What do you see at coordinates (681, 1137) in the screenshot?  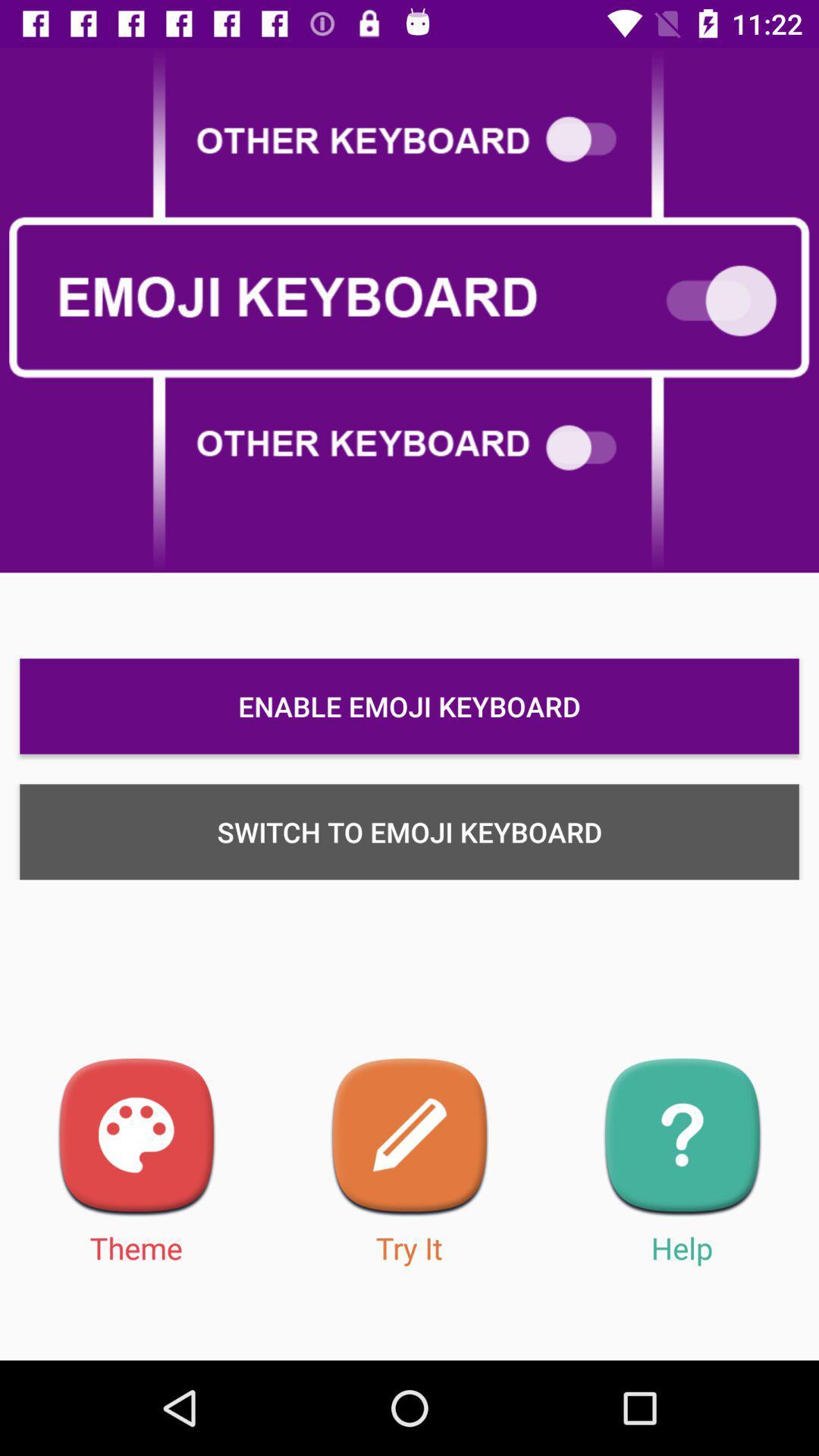 I see `open help` at bounding box center [681, 1137].